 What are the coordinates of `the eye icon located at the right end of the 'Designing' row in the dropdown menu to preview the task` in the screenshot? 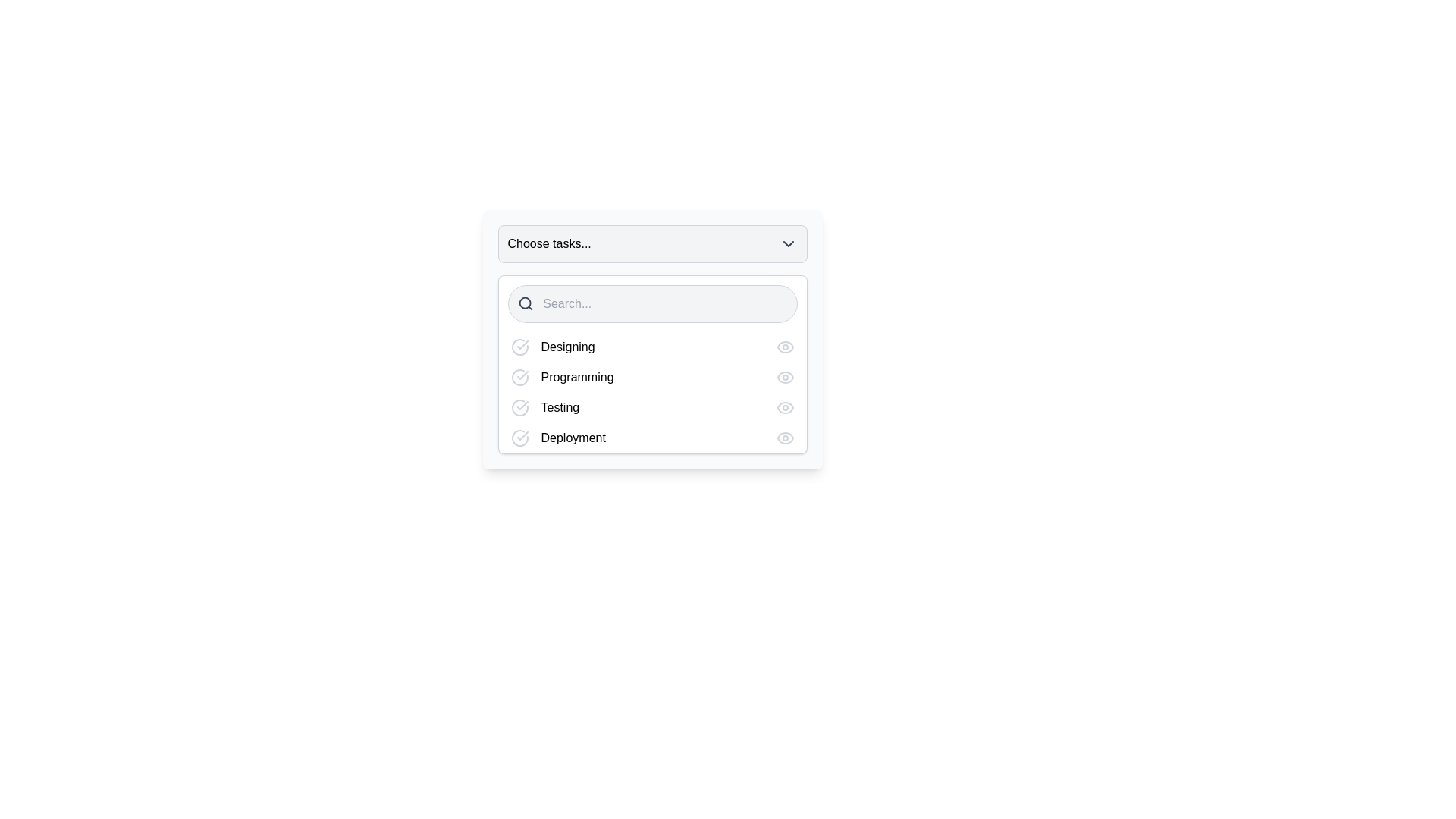 It's located at (785, 347).